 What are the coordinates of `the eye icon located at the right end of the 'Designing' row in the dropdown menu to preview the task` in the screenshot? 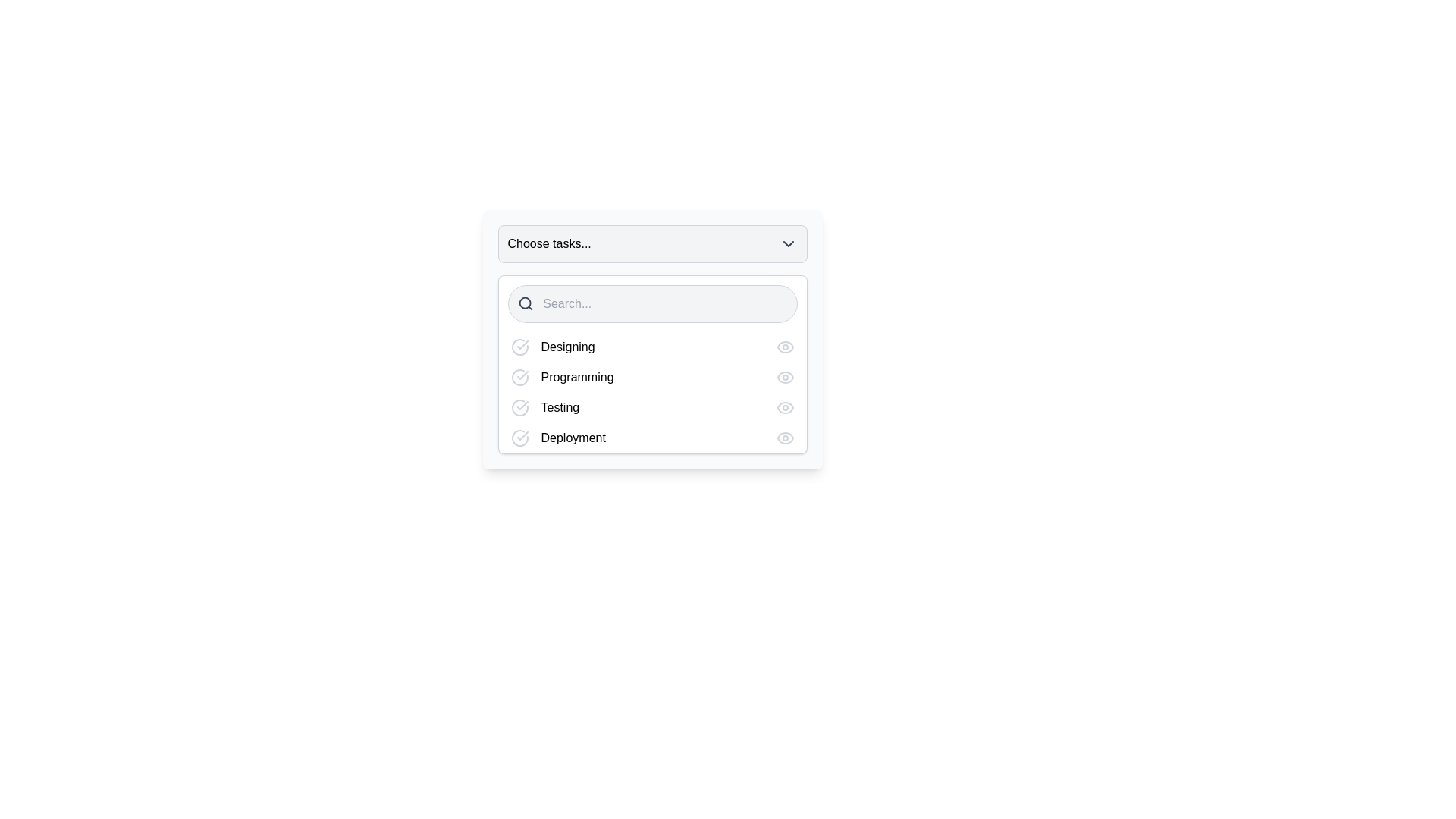 It's located at (785, 347).